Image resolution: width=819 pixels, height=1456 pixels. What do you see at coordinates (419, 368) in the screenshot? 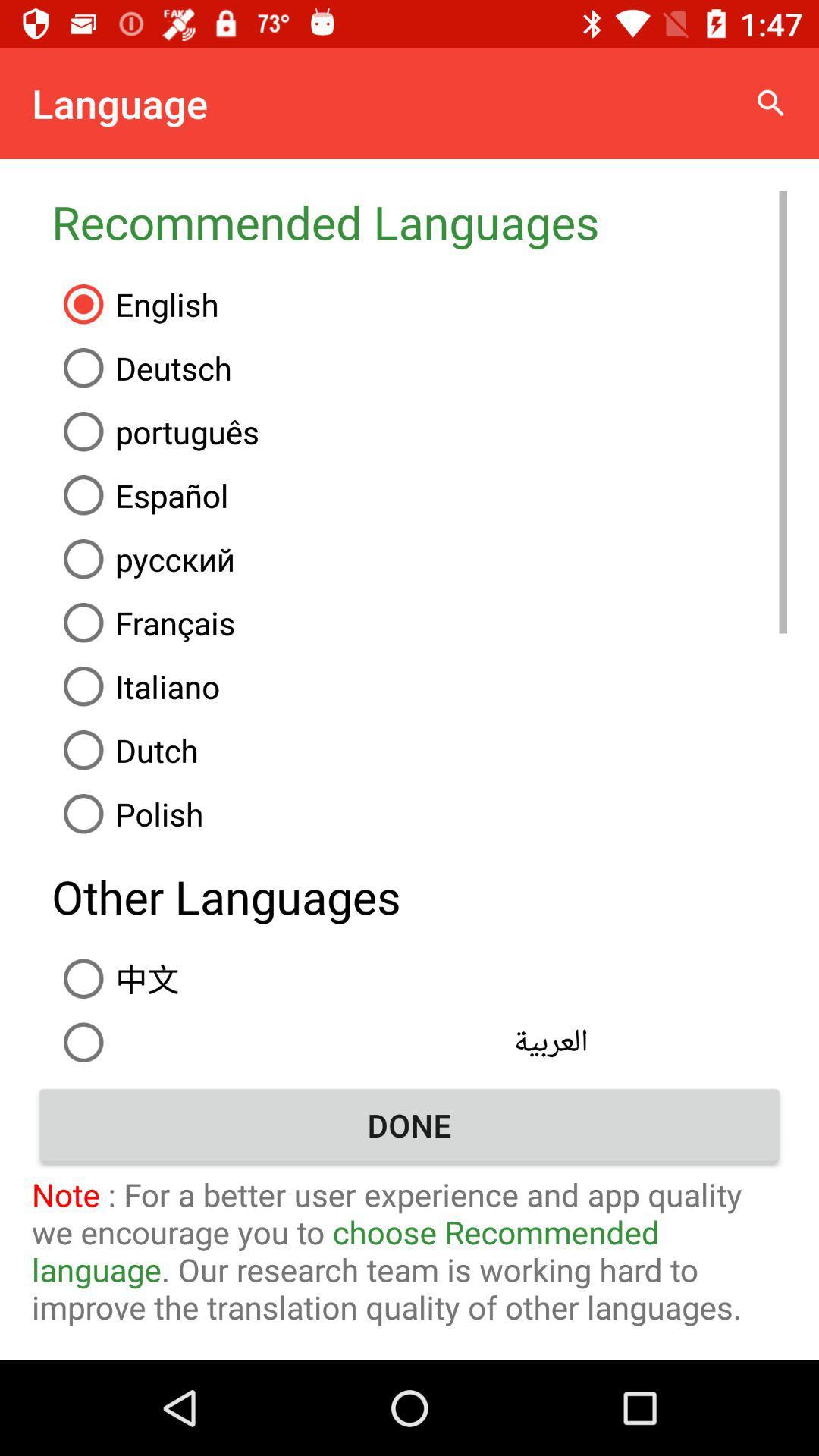
I see `the deutsch icon` at bounding box center [419, 368].